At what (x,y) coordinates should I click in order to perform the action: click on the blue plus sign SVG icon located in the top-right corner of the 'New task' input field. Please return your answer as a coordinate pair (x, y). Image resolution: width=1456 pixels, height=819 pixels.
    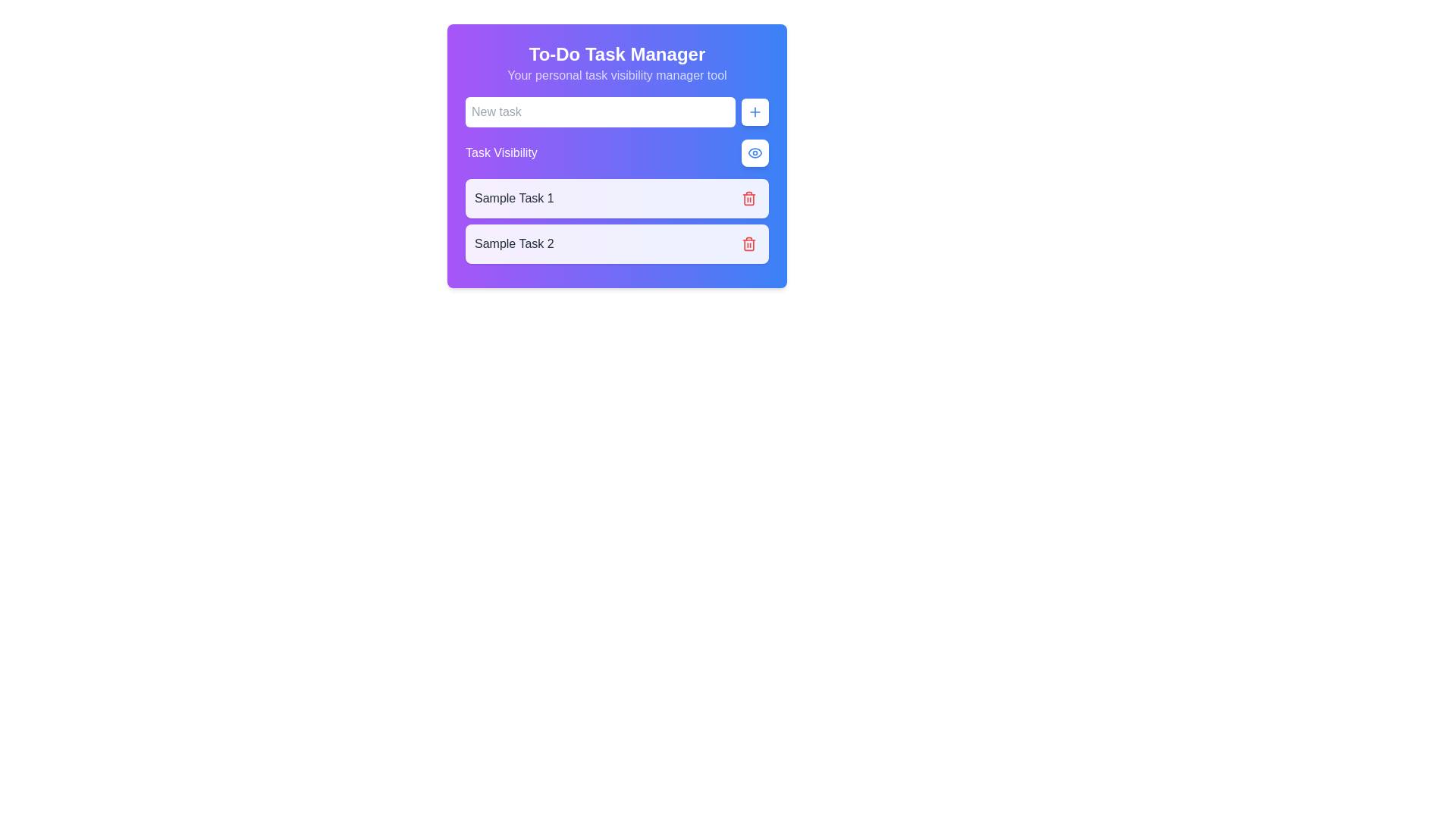
    Looking at the image, I should click on (755, 111).